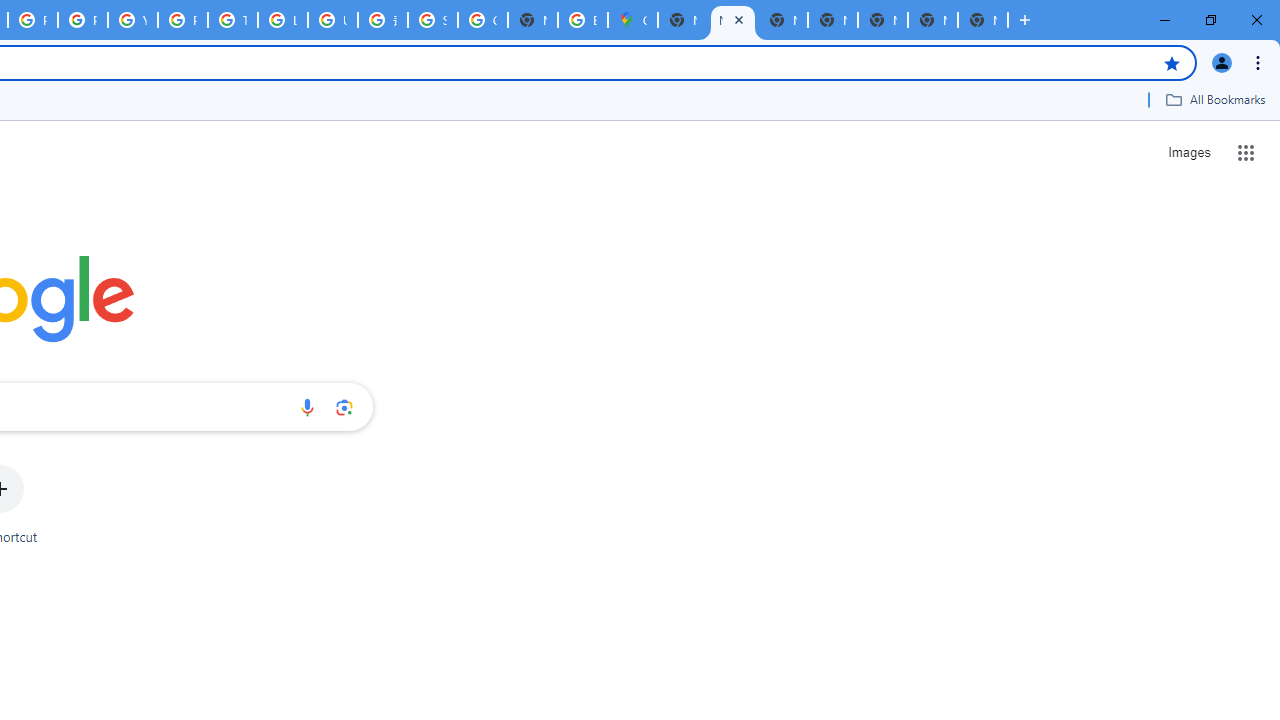 The width and height of the screenshot is (1280, 720). I want to click on 'Google Maps', so click(631, 20).